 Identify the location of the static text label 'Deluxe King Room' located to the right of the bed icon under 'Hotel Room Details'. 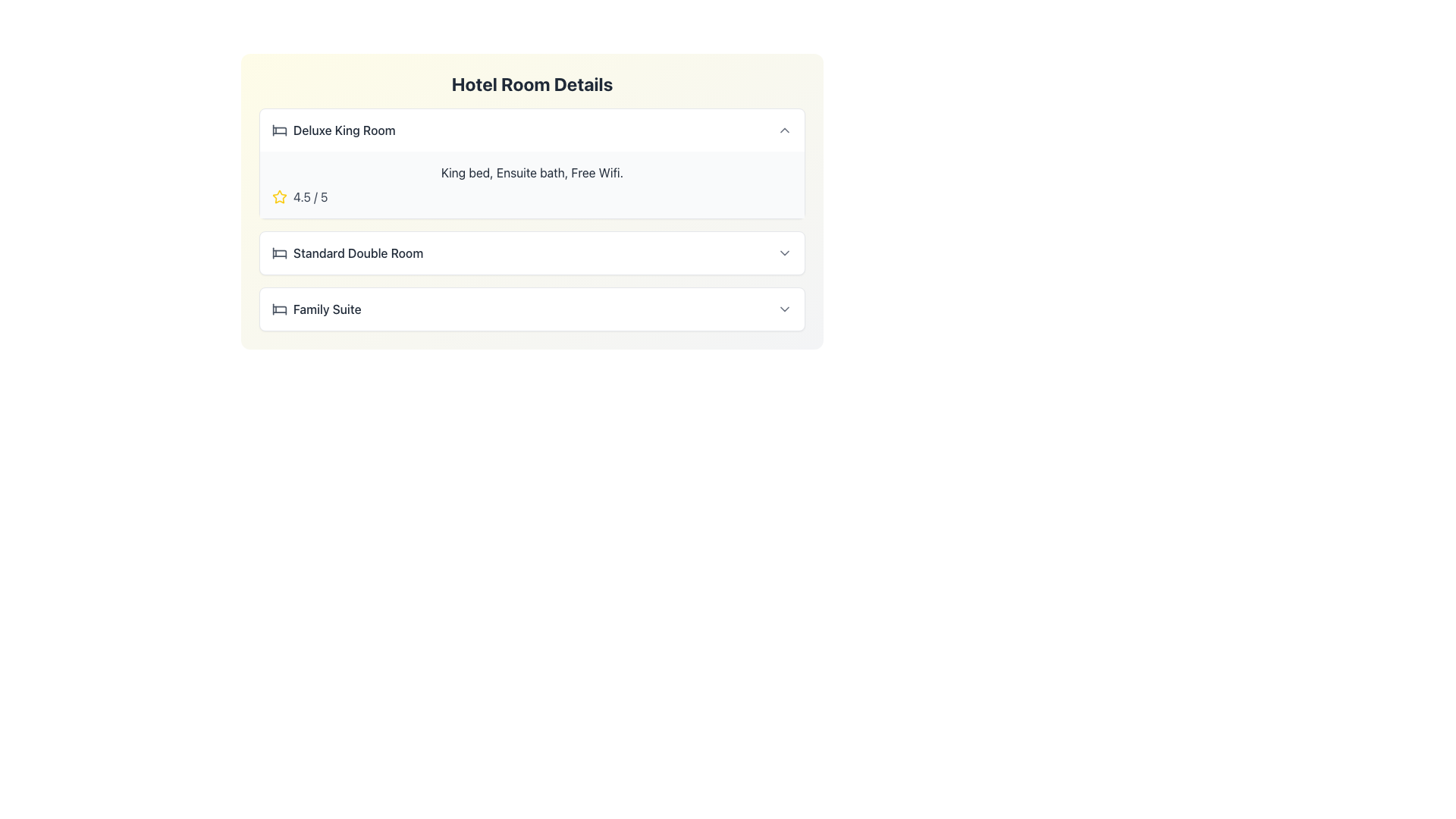
(344, 130).